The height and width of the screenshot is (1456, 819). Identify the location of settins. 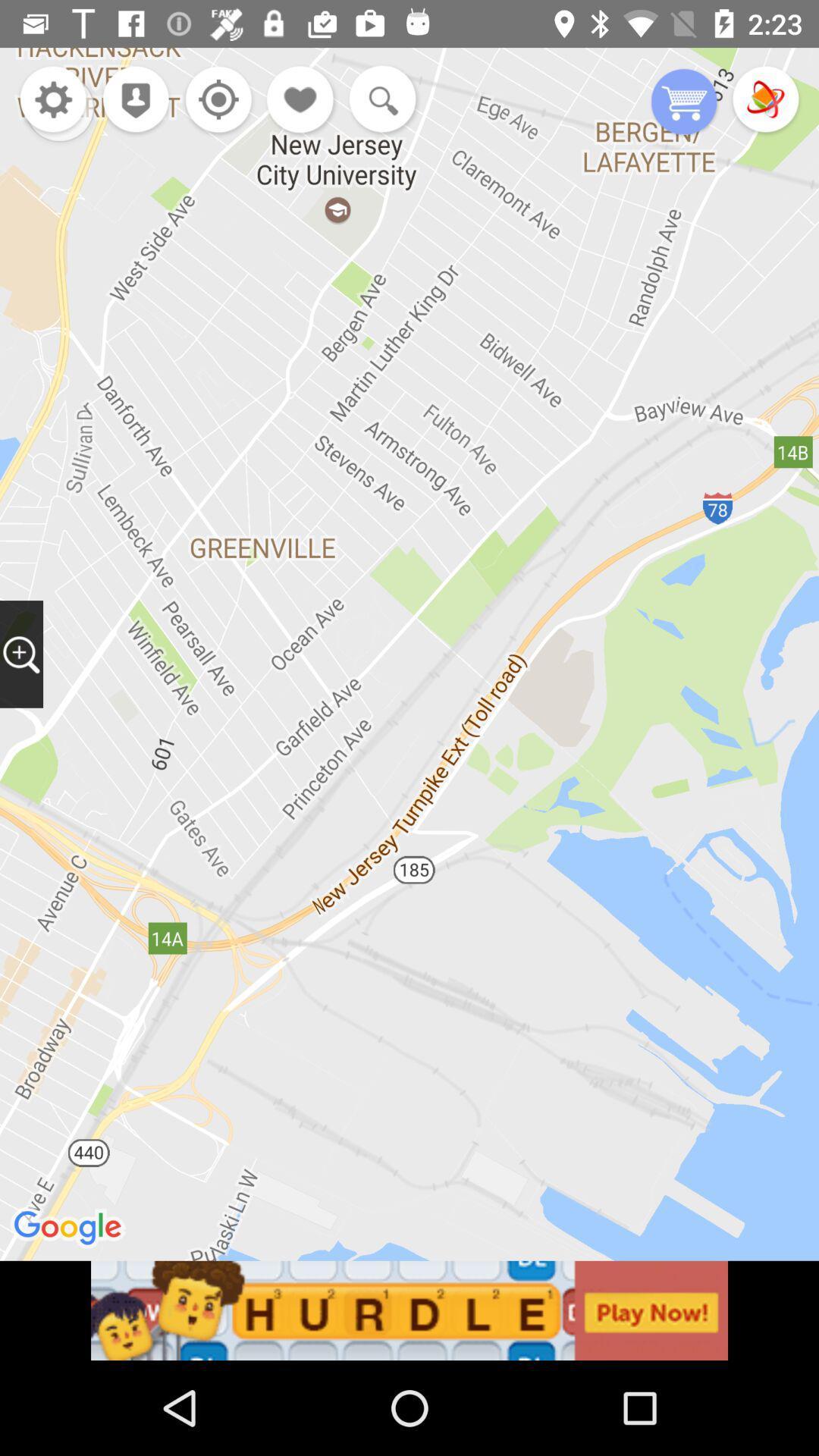
(52, 100).